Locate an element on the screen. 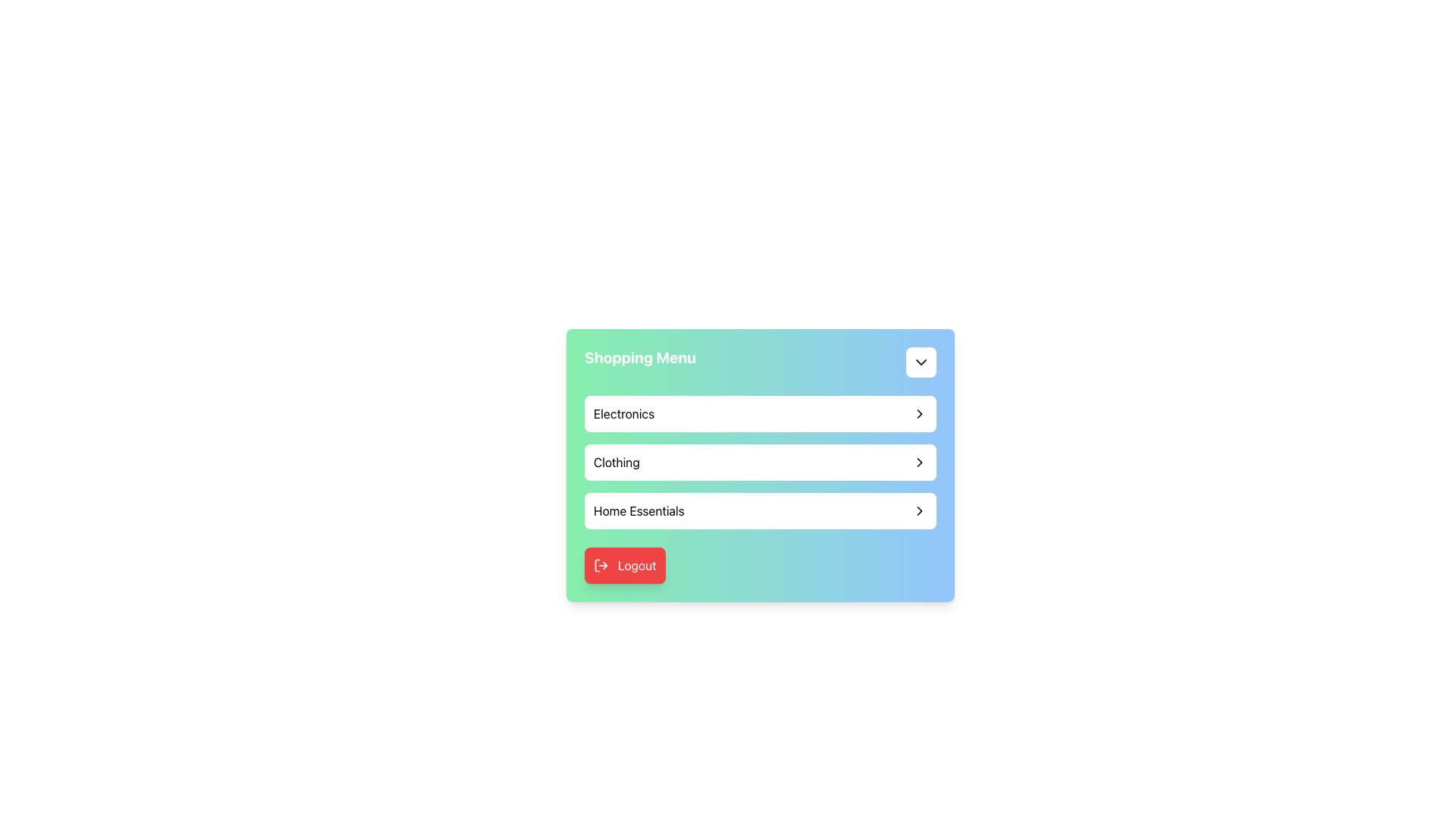  the 'Clothing' button in the 'Shopping Menu', which is the second item in the vertical list, to change its appearance is located at coordinates (761, 461).